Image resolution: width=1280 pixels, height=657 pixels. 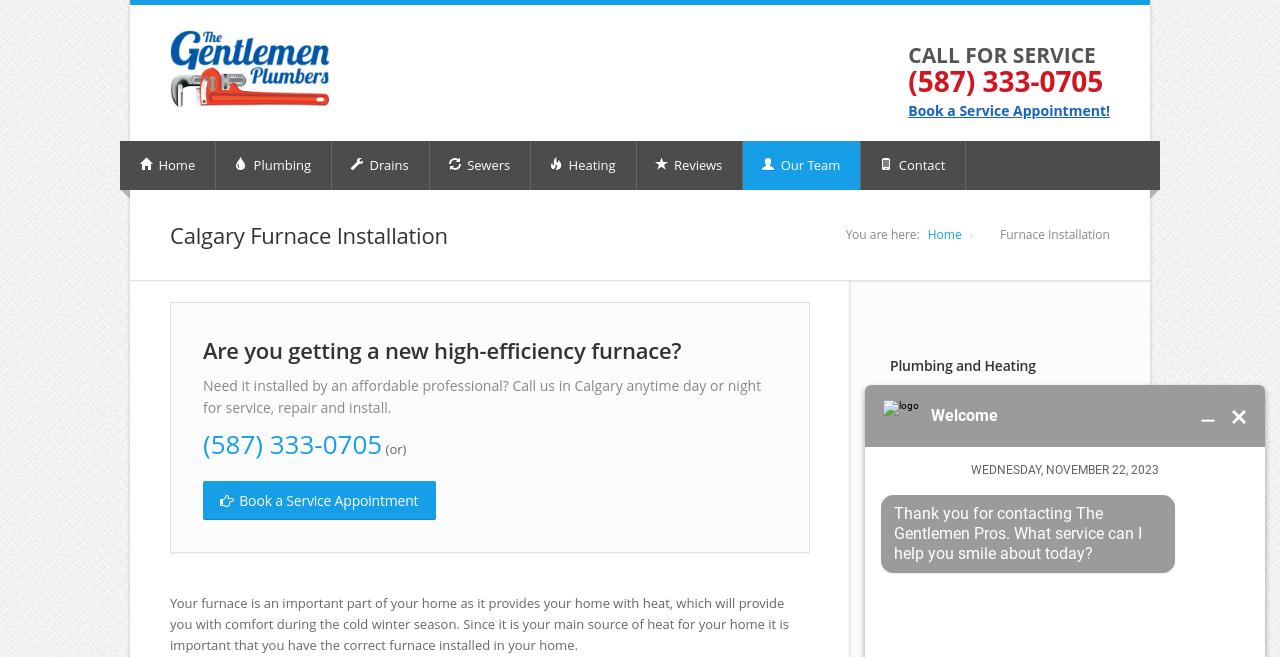 I want to click on 'Bad Odors', so click(x=901, y=537).